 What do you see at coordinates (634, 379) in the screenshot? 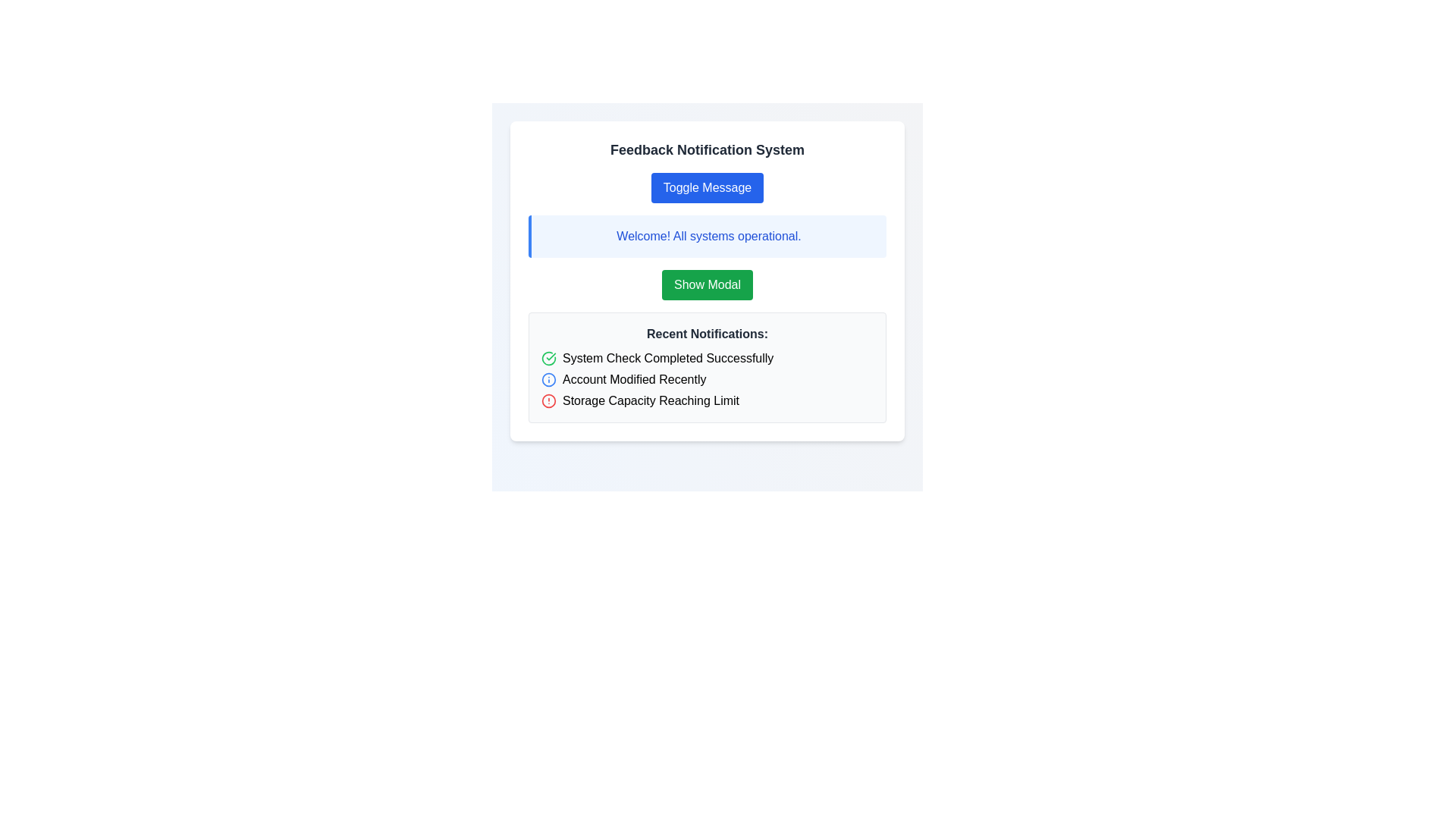
I see `the static text element displaying 'Account Modified Recently', which is the second item in a vertical list of notifications, marked by a blue information icon` at bounding box center [634, 379].